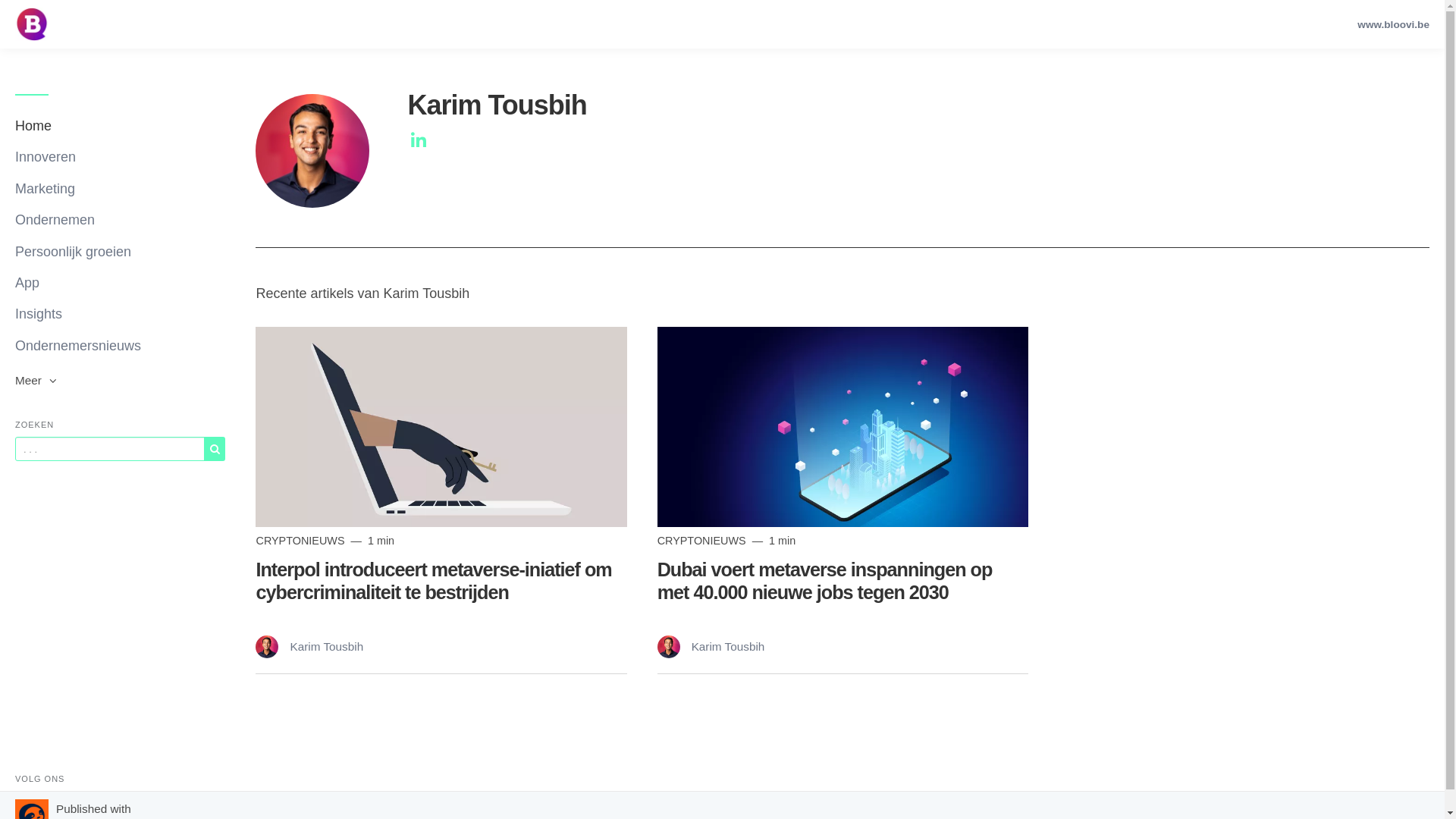 This screenshot has width=1456, height=819. What do you see at coordinates (119, 251) in the screenshot?
I see `'Persoonlijk groeien'` at bounding box center [119, 251].